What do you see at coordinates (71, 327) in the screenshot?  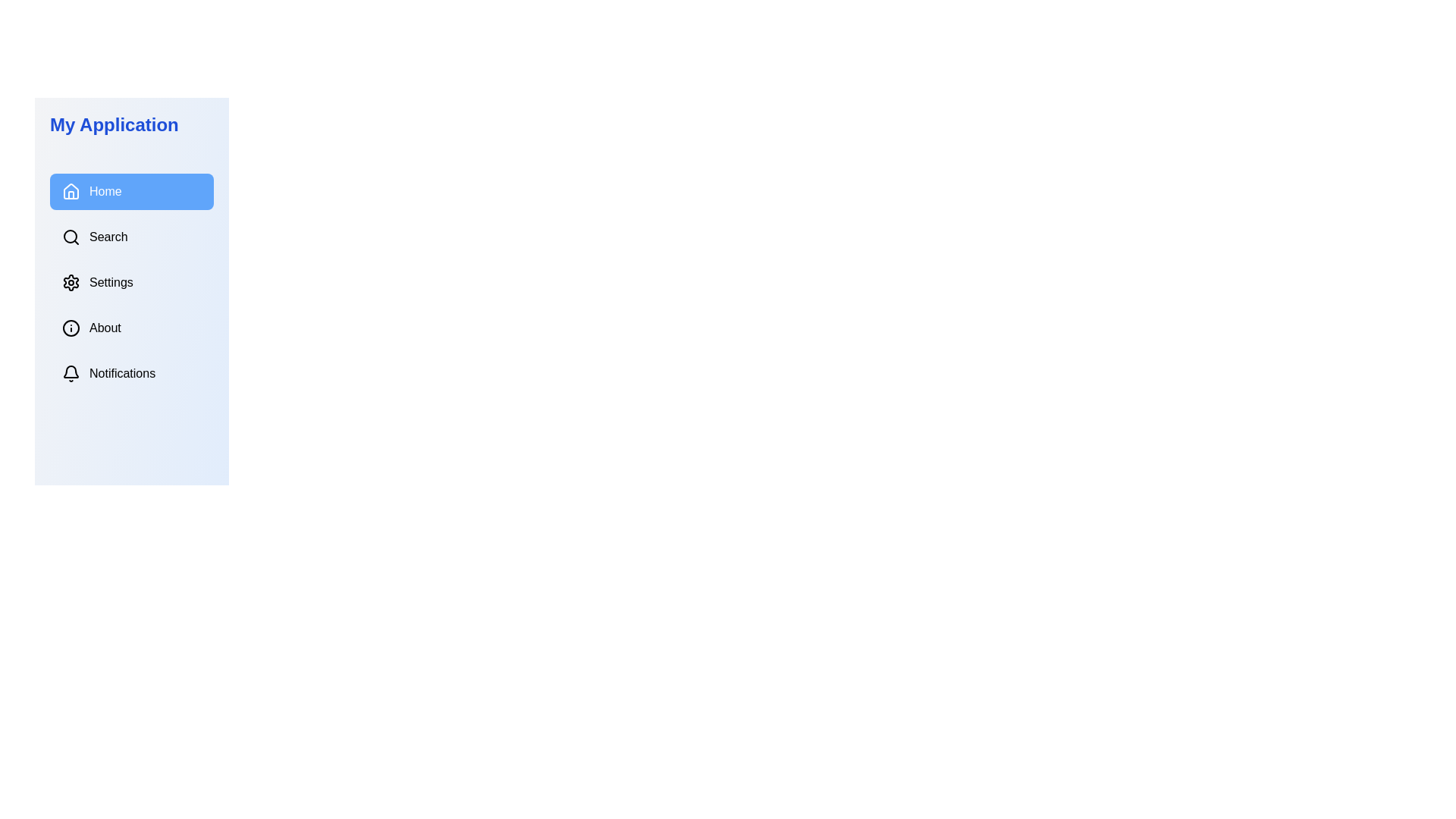 I see `the circular icon with a hollow center and vertical line inside, located in the 'About' section of the left sidebar` at bounding box center [71, 327].